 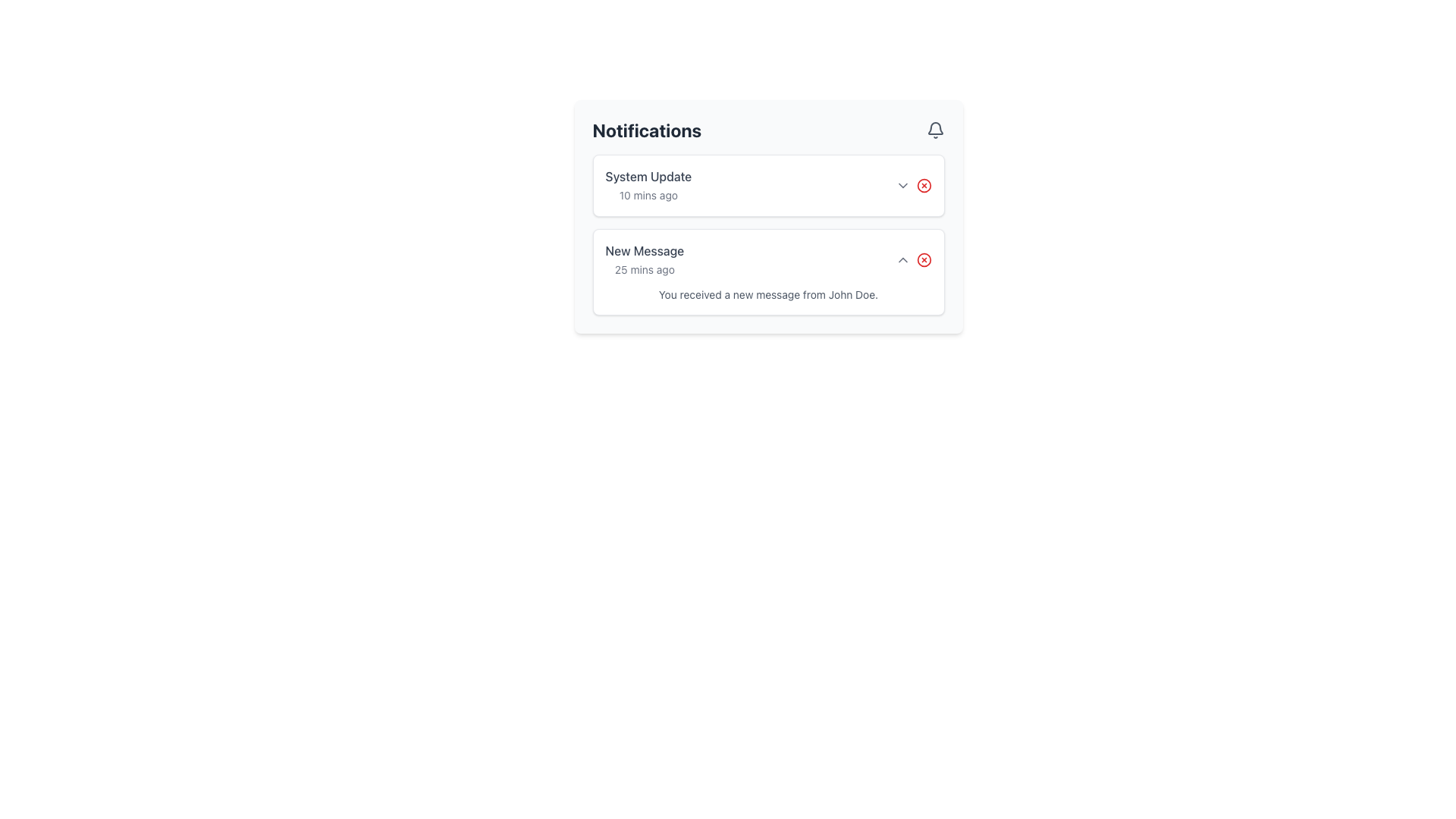 I want to click on the message content text within the 'New Message' notification block, located beneath the main title and timestamp, so click(x=768, y=295).